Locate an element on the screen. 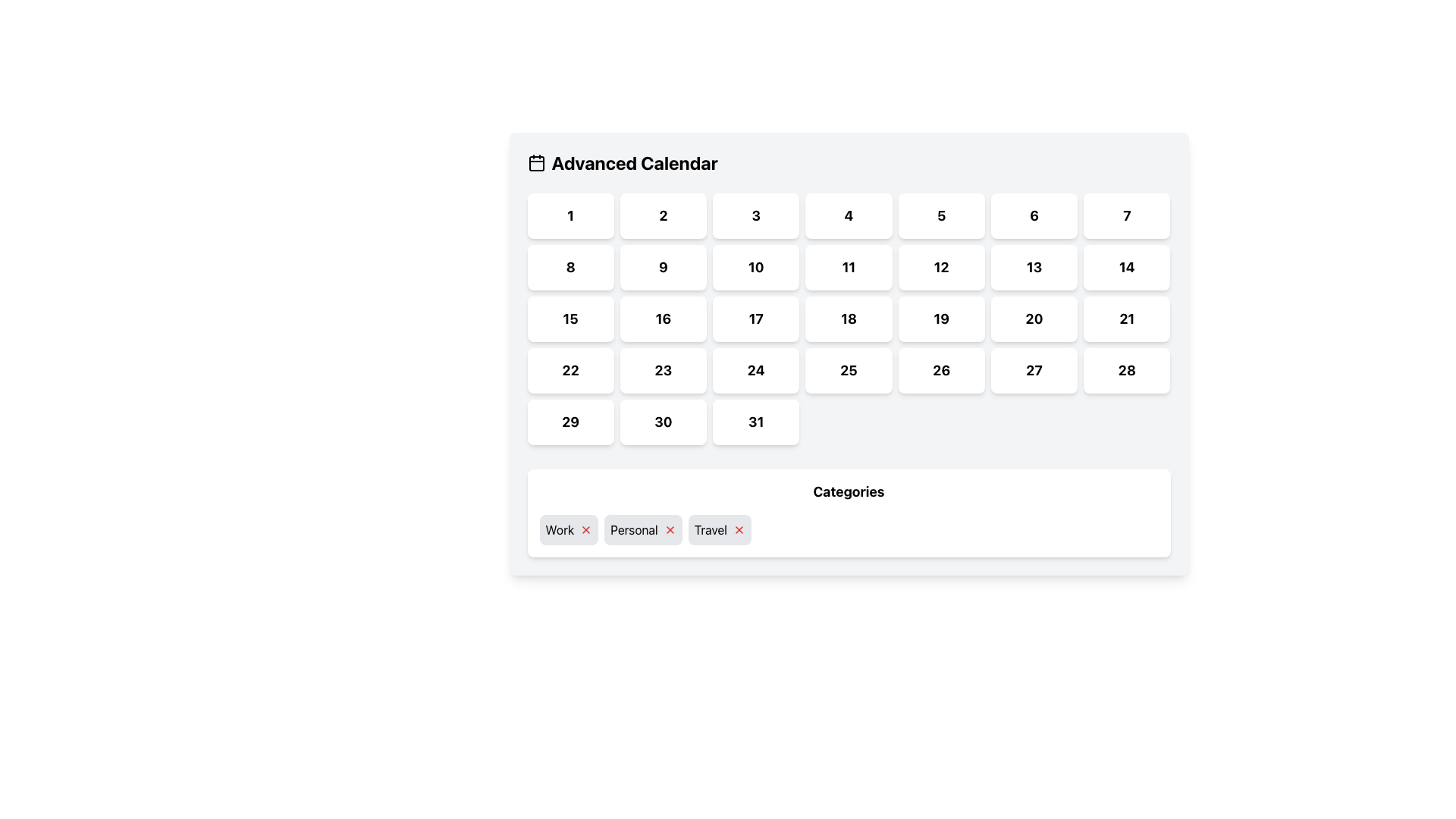  the interactive day block button representing the seventh day in the calendar grid layout is located at coordinates (1127, 216).